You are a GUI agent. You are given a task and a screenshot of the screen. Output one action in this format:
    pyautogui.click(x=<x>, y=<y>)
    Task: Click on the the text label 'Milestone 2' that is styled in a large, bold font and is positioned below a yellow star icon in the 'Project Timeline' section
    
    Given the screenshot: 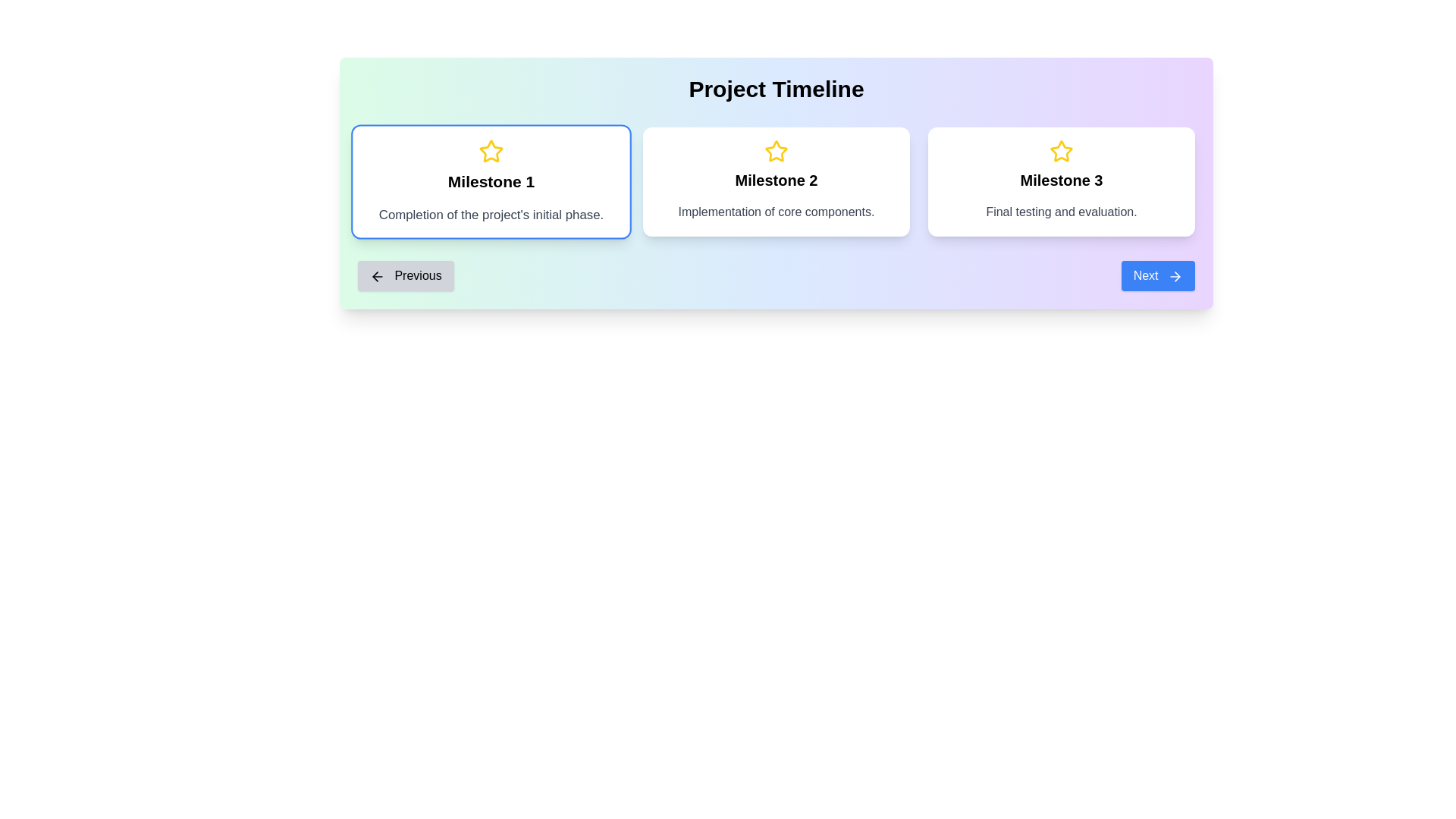 What is the action you would take?
    pyautogui.click(x=776, y=180)
    